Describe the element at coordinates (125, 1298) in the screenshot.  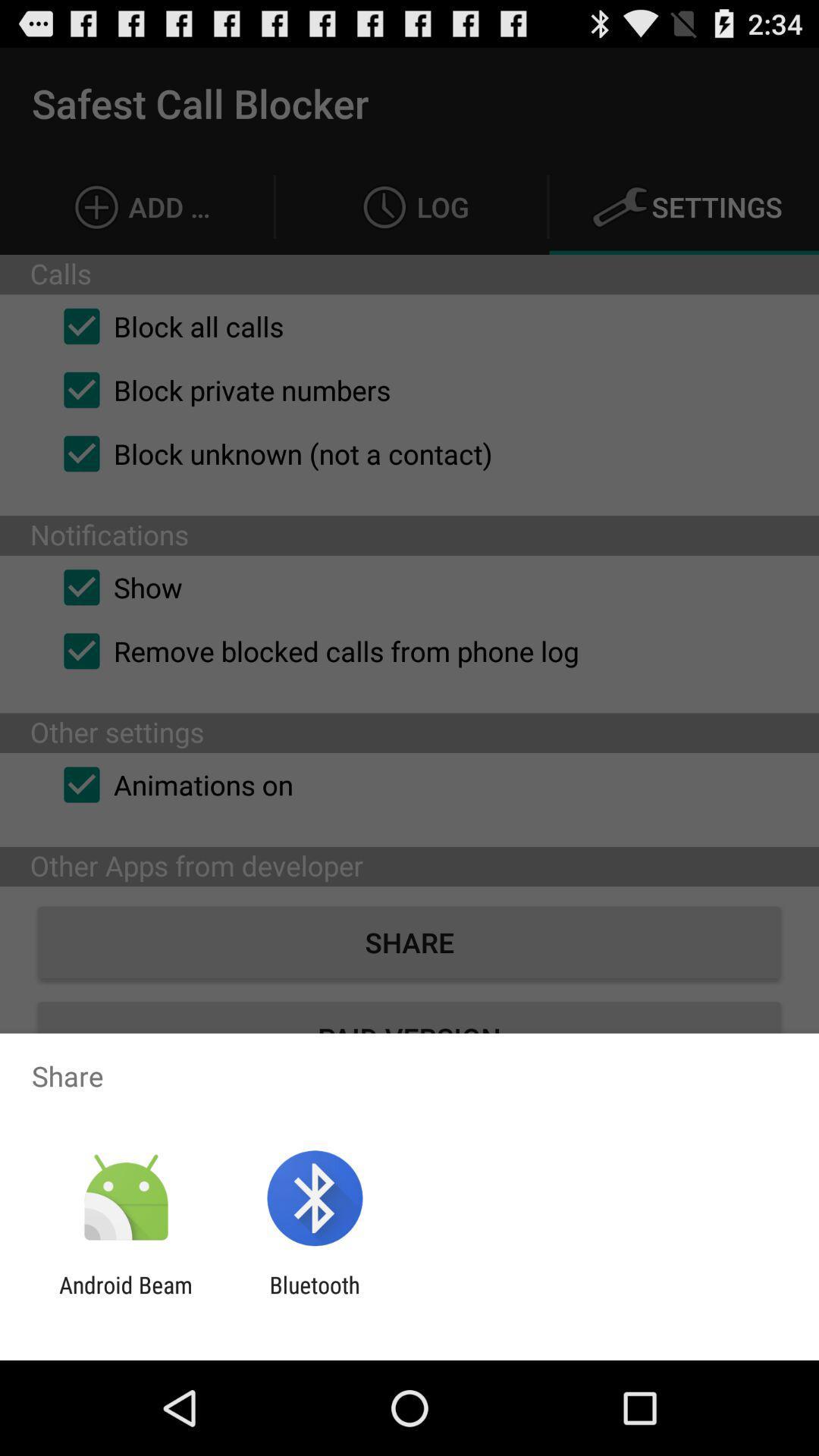
I see `item to the left of bluetooth` at that location.